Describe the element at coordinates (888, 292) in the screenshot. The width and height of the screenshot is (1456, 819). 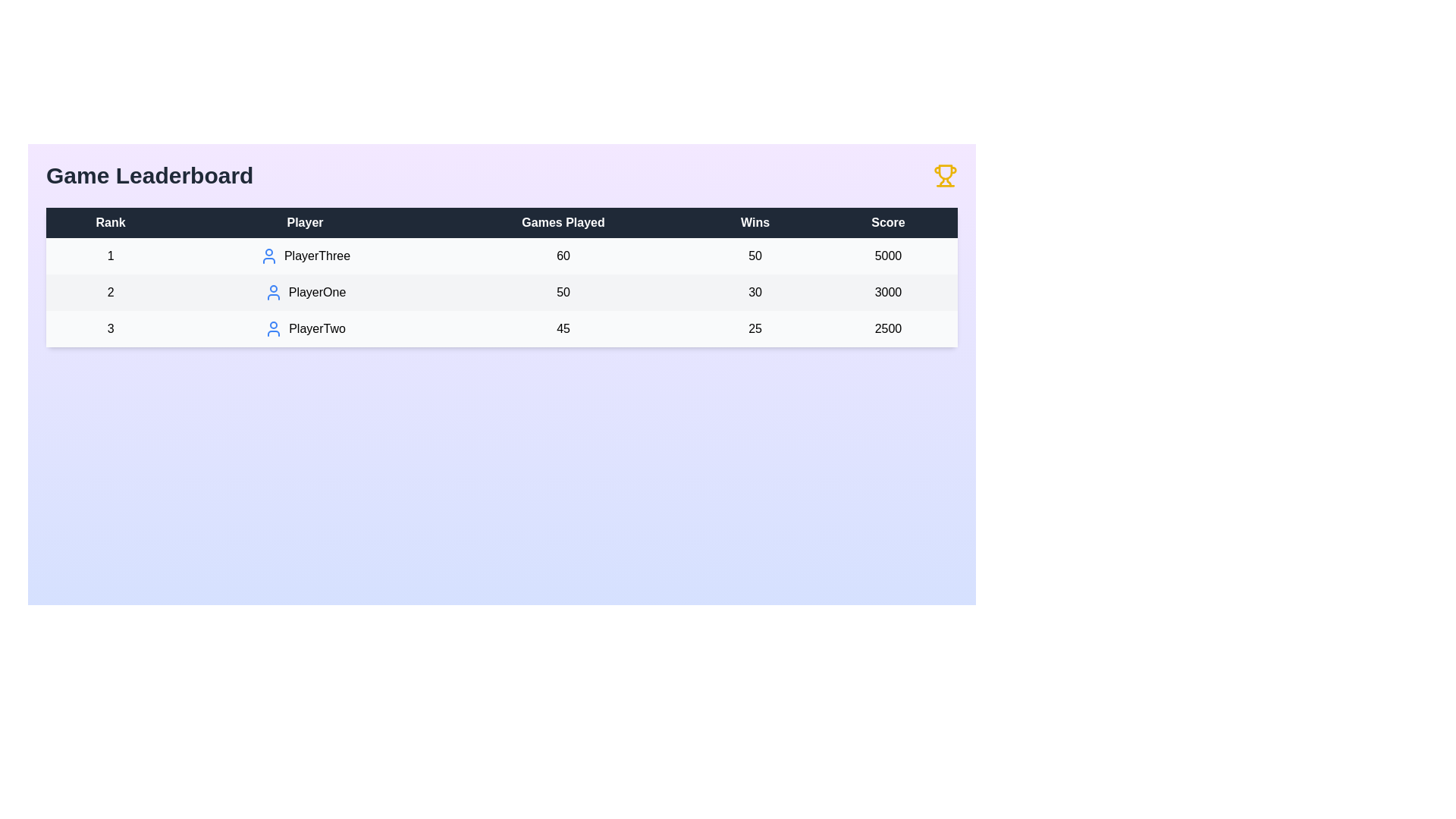
I see `the static text element displaying the score of '3000' for PlayerOne in the leaderboard's score column` at that location.